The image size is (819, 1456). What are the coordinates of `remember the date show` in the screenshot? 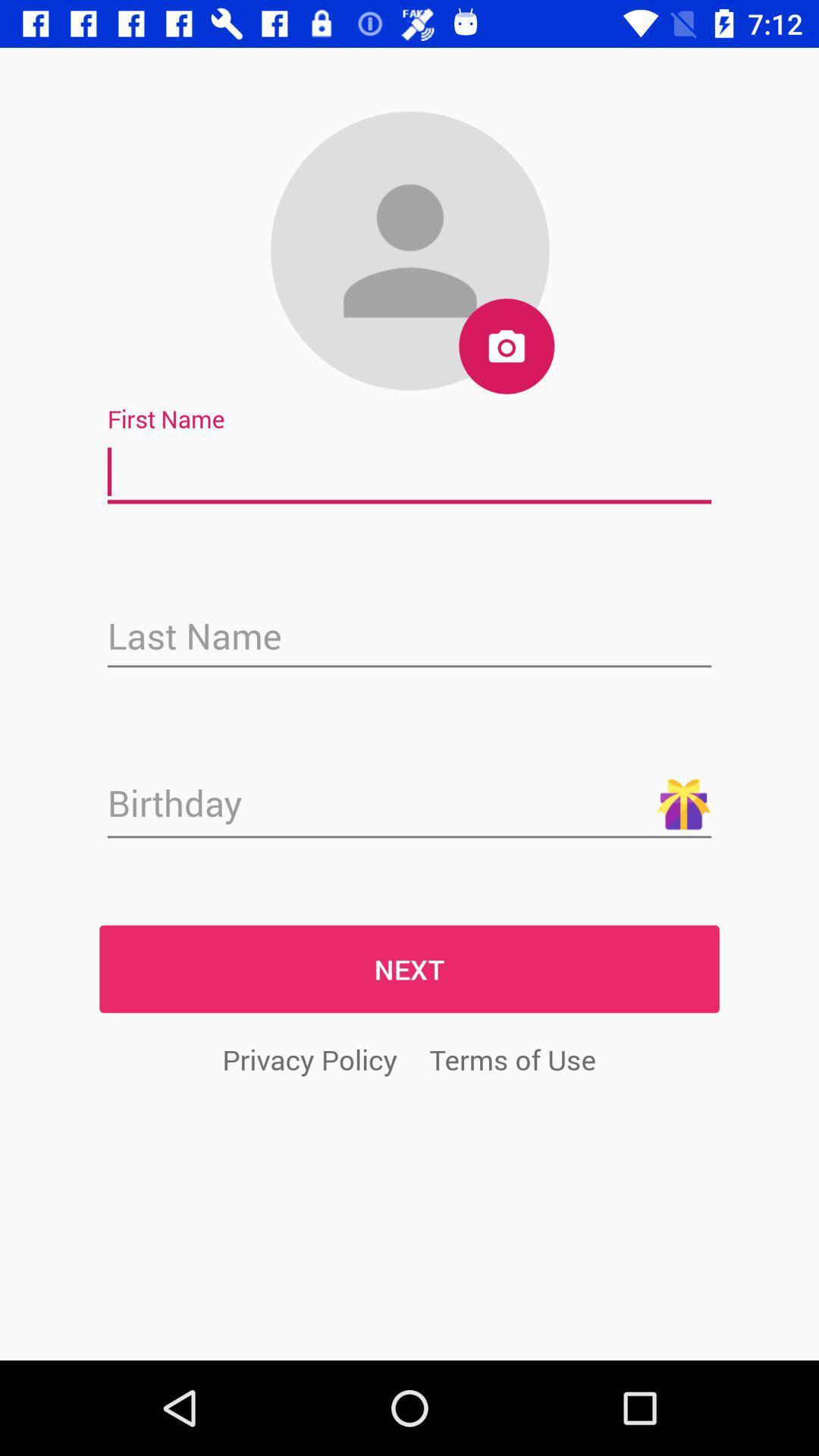 It's located at (409, 804).